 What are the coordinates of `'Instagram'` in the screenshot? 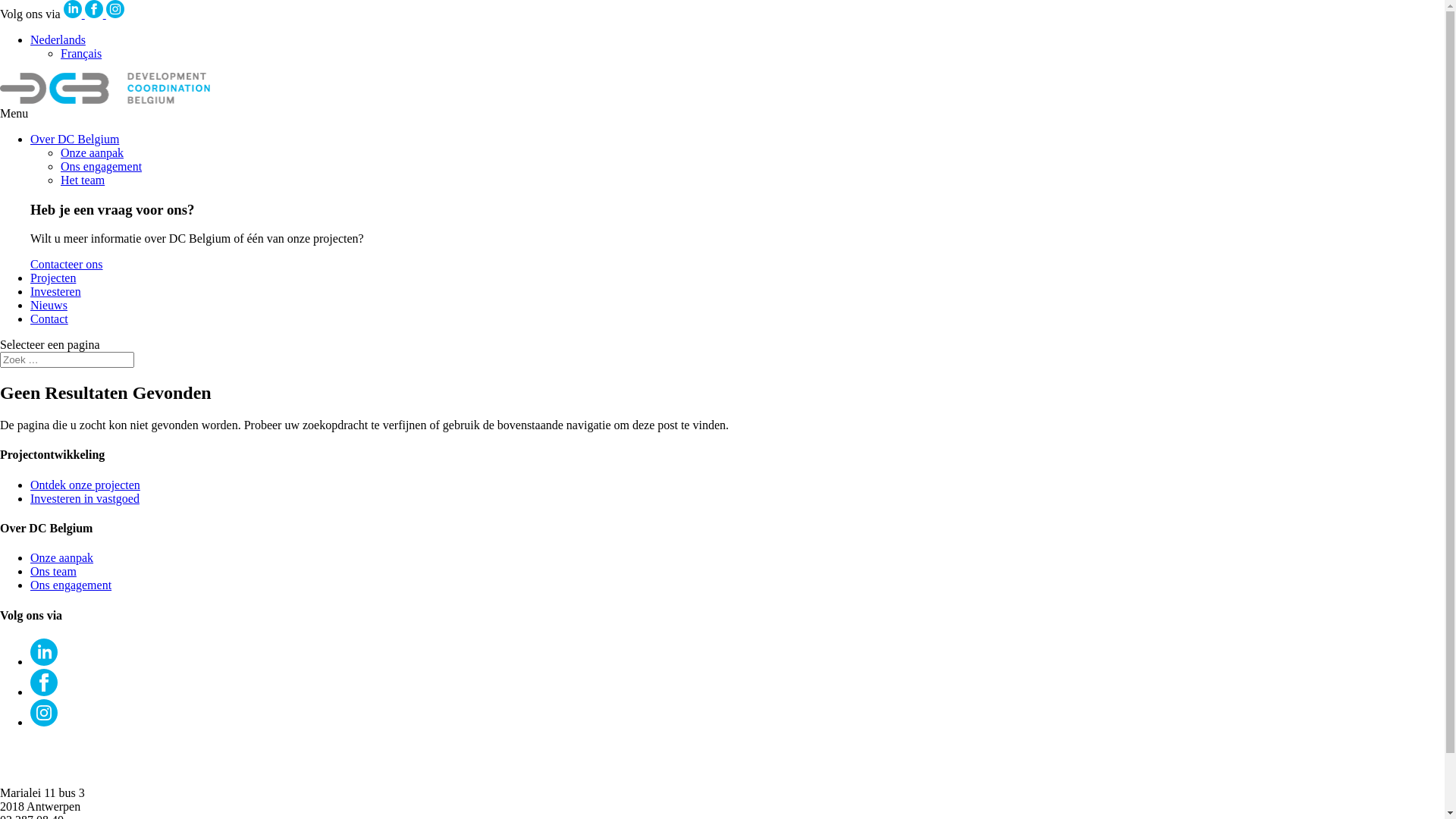 It's located at (43, 713).